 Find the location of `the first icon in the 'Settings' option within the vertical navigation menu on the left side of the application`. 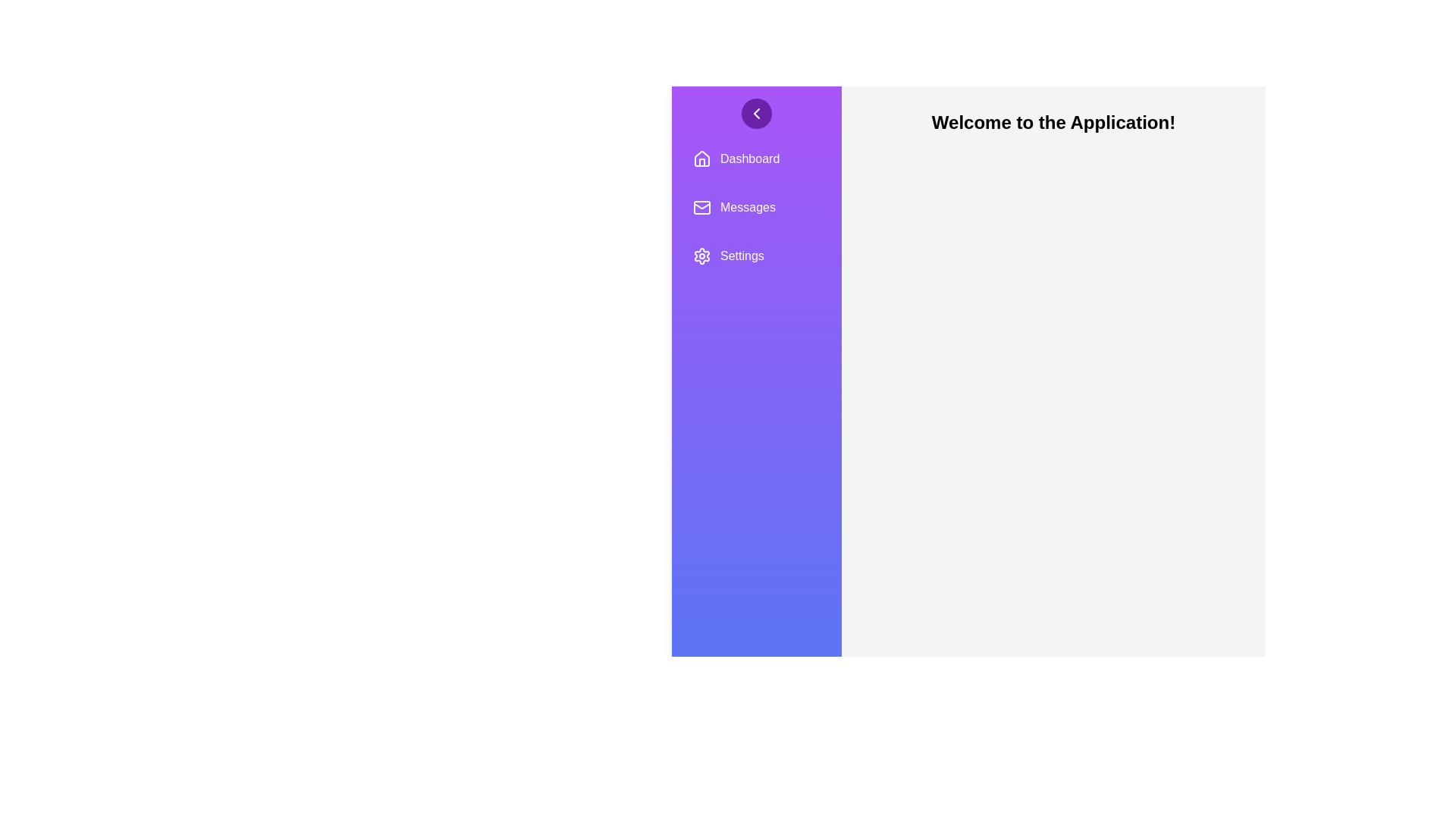

the first icon in the 'Settings' option within the vertical navigation menu on the left side of the application is located at coordinates (701, 256).